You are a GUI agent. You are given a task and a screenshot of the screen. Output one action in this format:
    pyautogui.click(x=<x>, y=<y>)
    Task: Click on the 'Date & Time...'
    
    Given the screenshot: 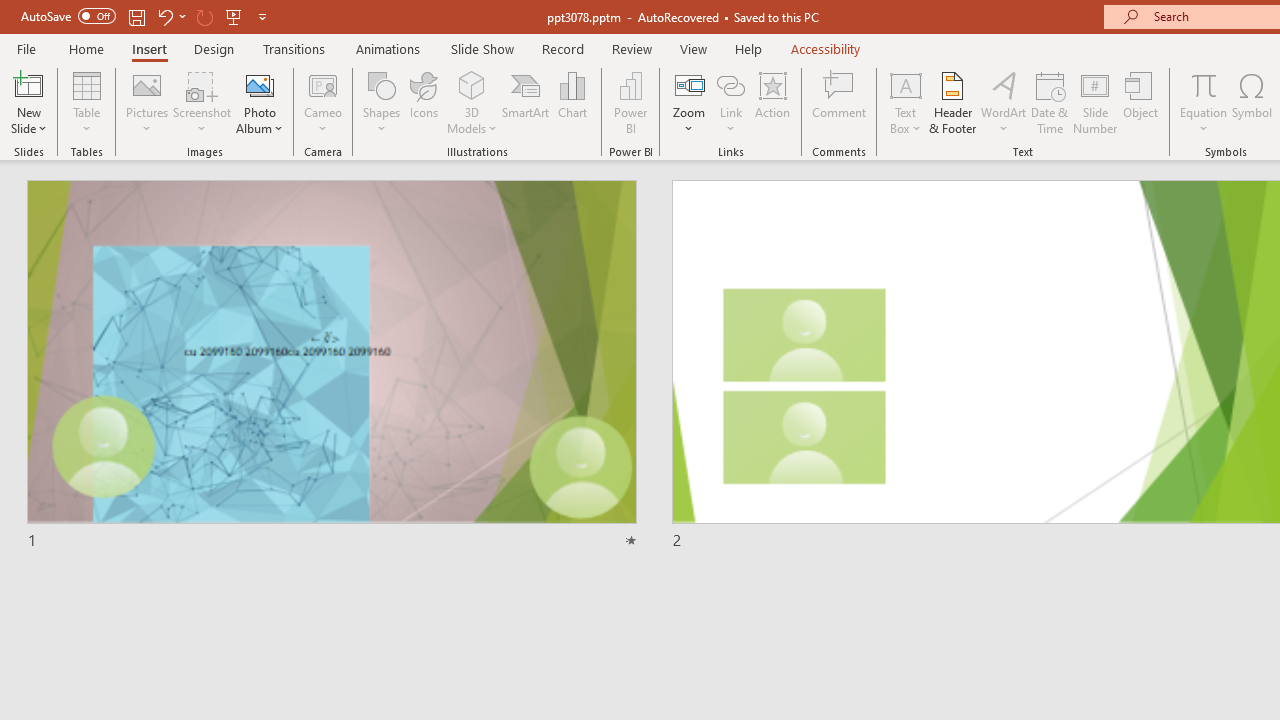 What is the action you would take?
    pyautogui.click(x=1049, y=103)
    